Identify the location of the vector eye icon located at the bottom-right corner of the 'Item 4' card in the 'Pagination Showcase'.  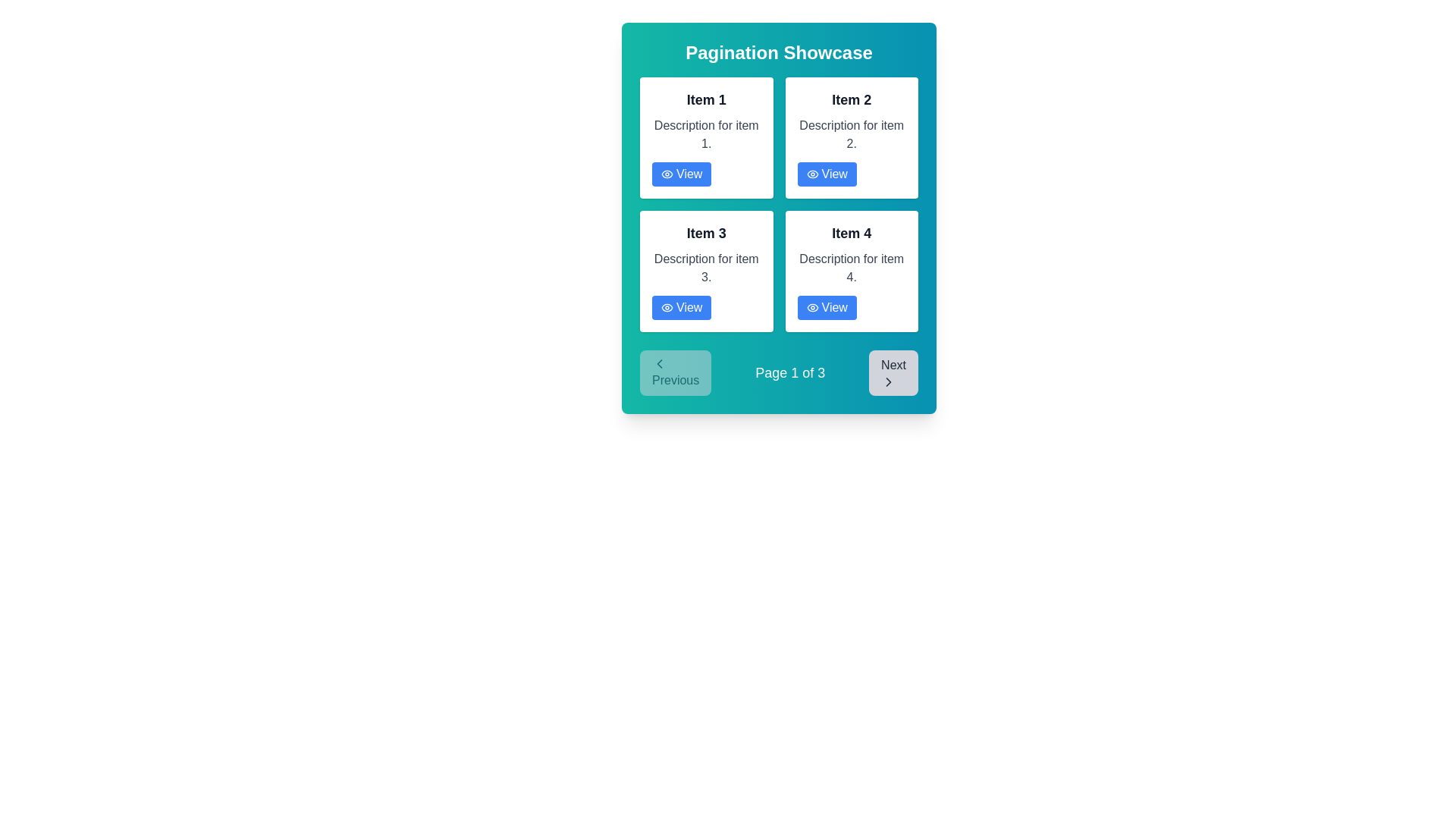
(811, 307).